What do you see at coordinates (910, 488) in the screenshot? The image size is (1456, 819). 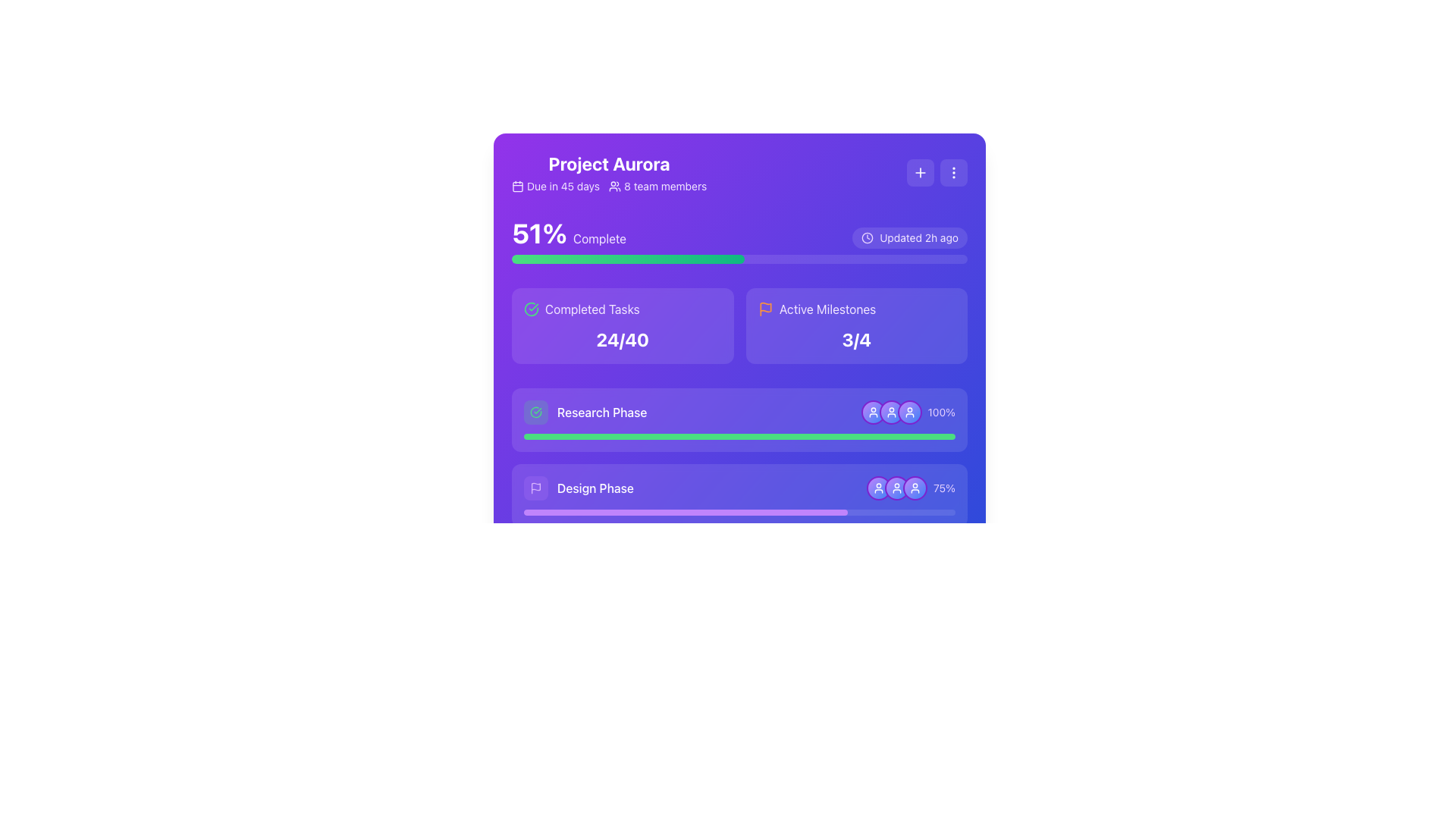 I see `the text label displaying '75%' which is light purple and located to the right of three circular user avatar icons in the bottom-right corner of the 'Design Phase' area` at bounding box center [910, 488].